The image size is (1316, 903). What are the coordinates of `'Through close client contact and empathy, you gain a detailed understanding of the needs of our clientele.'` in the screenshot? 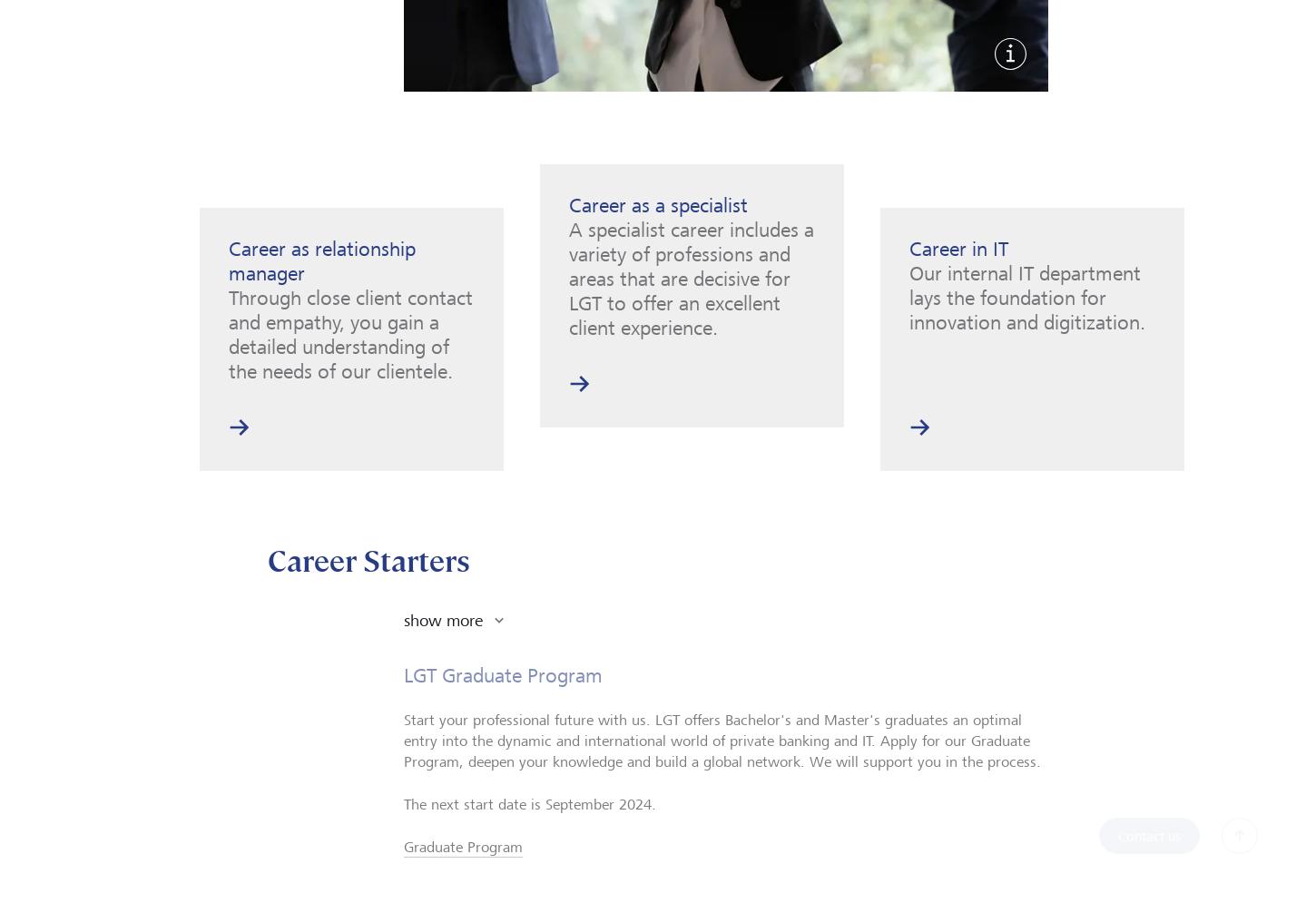 It's located at (349, 332).